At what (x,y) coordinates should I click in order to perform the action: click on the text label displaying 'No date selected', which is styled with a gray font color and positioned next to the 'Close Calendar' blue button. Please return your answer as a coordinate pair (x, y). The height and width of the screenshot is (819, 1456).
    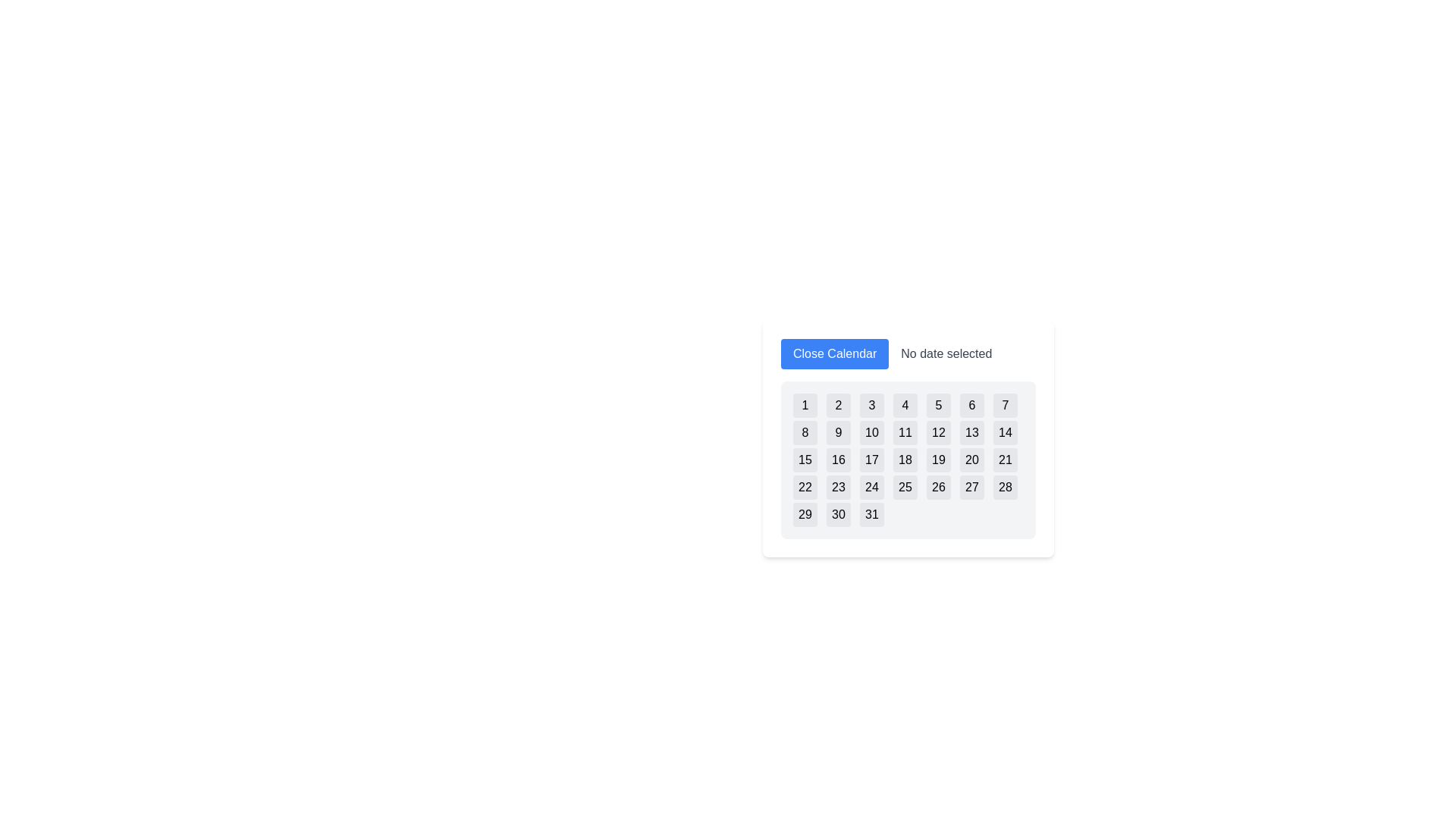
    Looking at the image, I should click on (946, 353).